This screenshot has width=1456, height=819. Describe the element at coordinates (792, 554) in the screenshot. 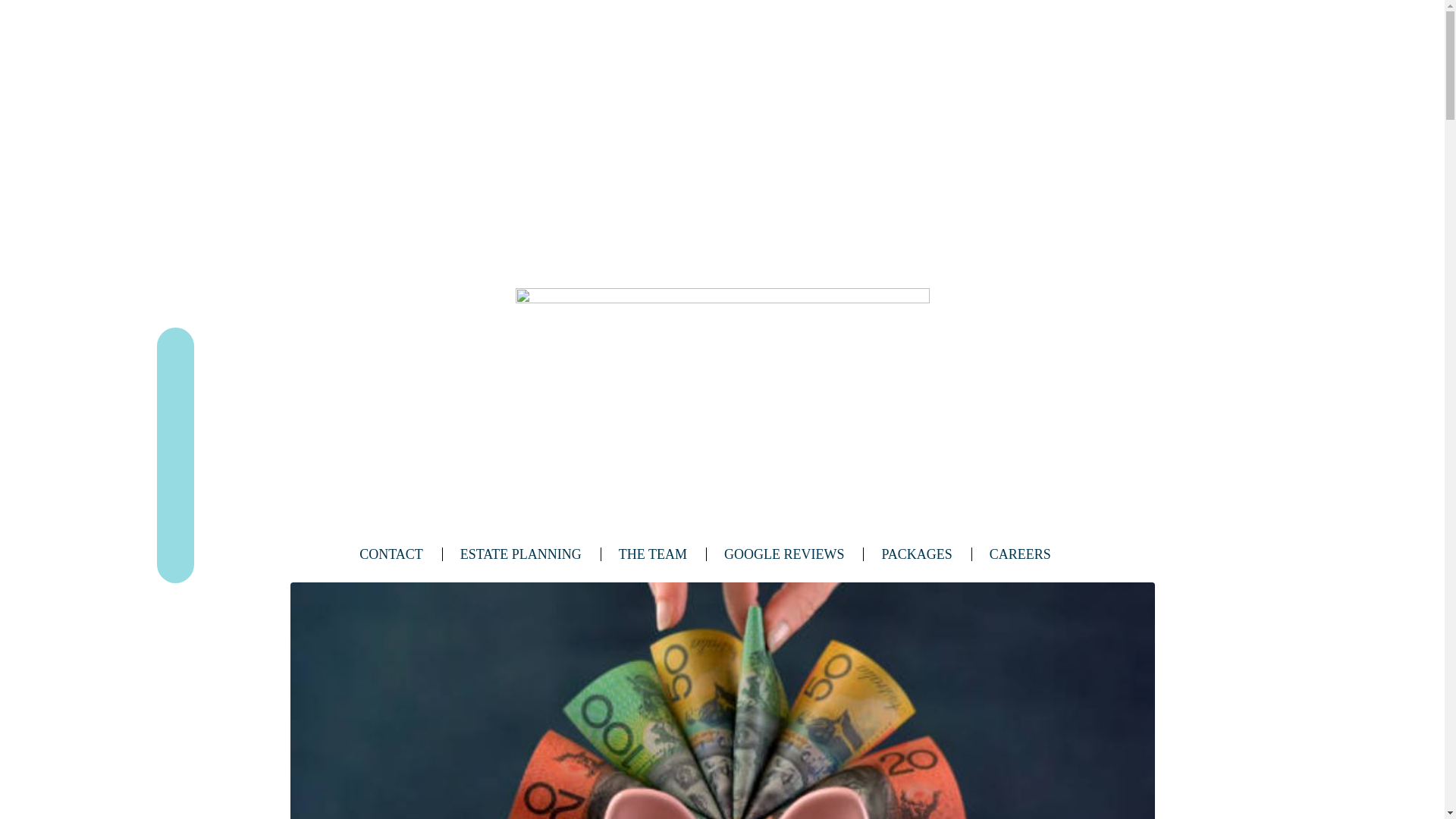

I see `'GOOGLE REVIEWS'` at that location.